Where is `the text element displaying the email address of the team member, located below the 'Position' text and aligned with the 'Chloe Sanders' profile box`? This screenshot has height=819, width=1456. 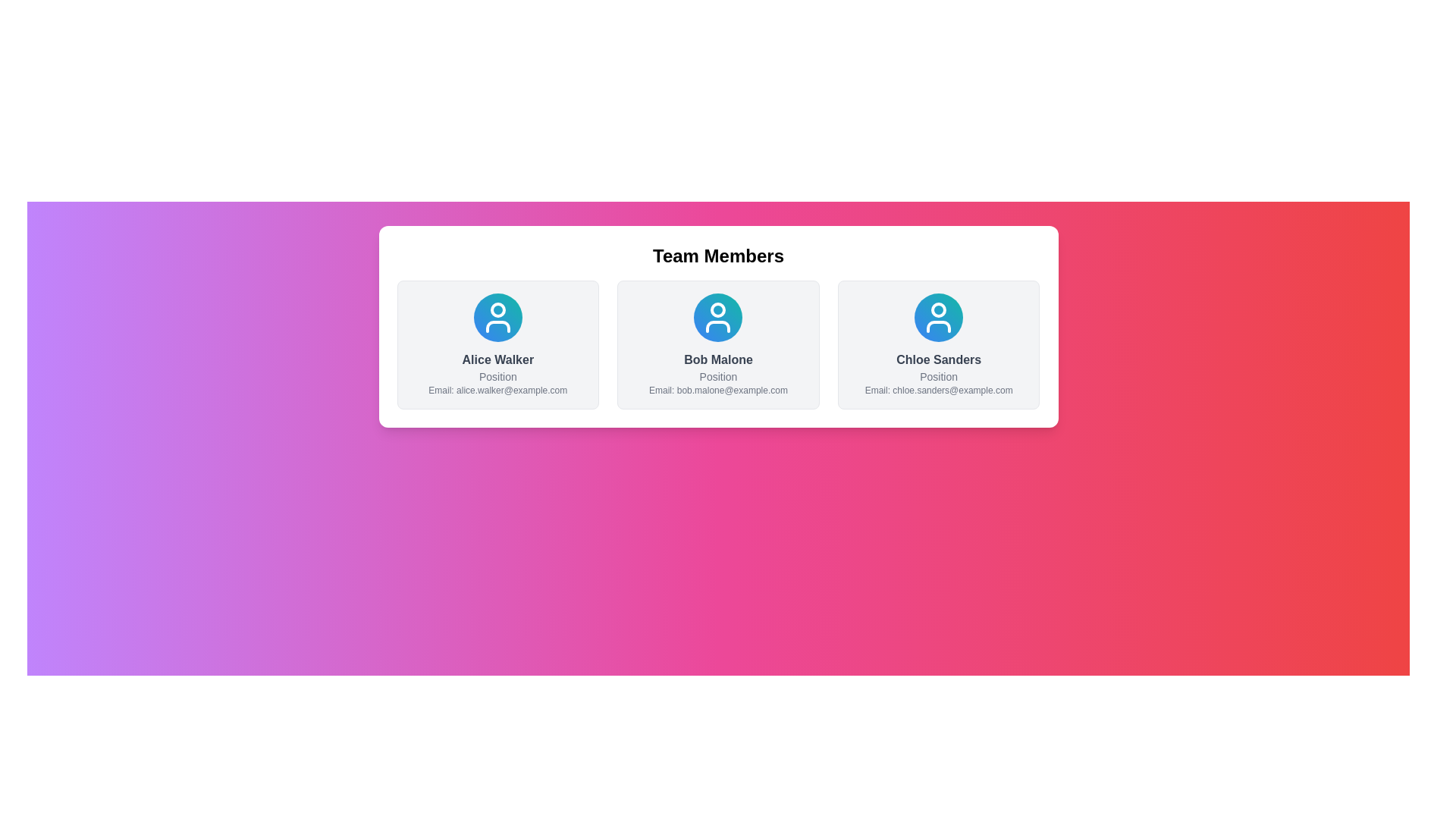
the text element displaying the email address of the team member, located below the 'Position' text and aligned with the 'Chloe Sanders' profile box is located at coordinates (938, 390).